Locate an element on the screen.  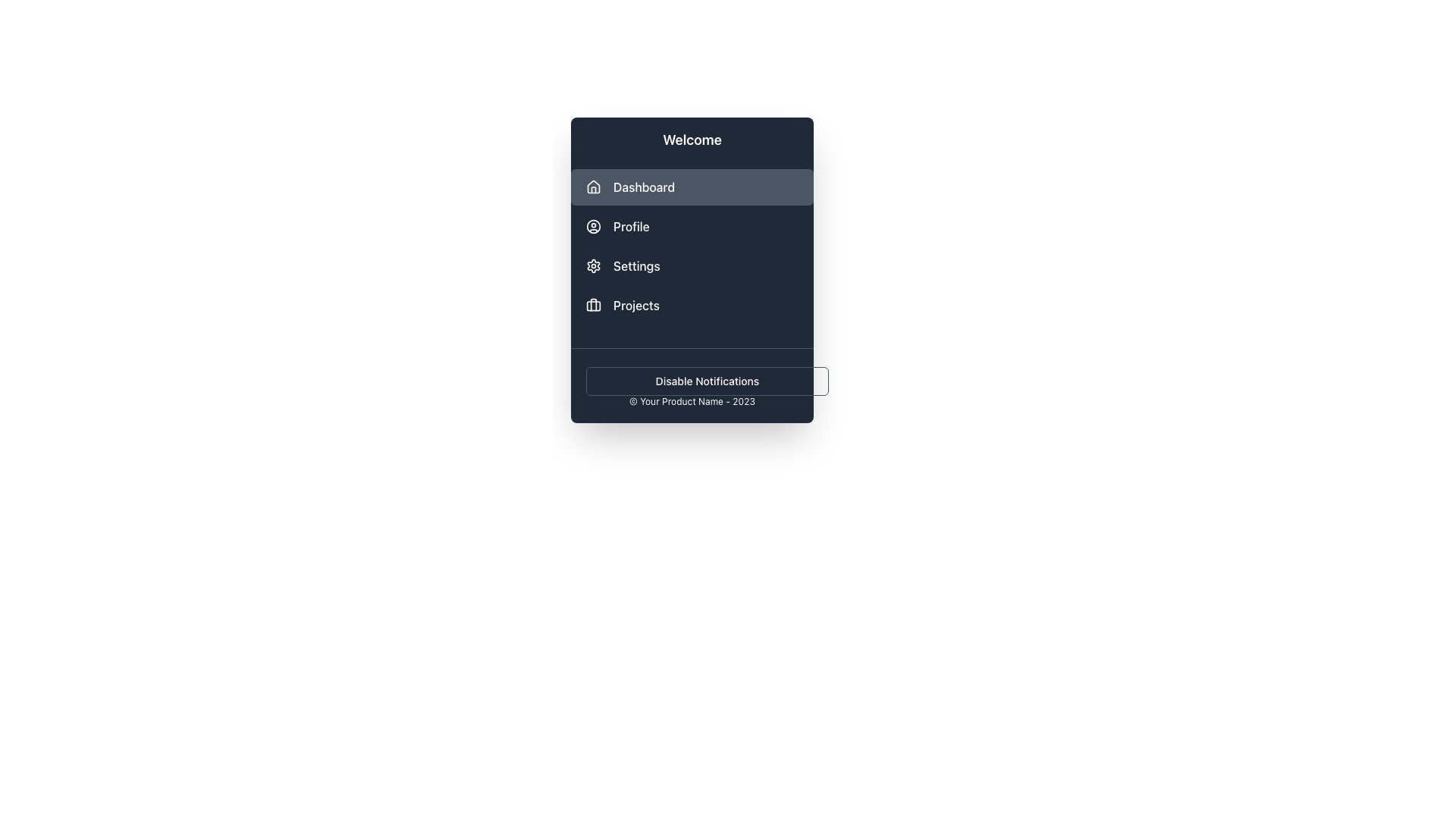
the settings icon located before the text 'Settings' in the vertical menu is located at coordinates (592, 265).